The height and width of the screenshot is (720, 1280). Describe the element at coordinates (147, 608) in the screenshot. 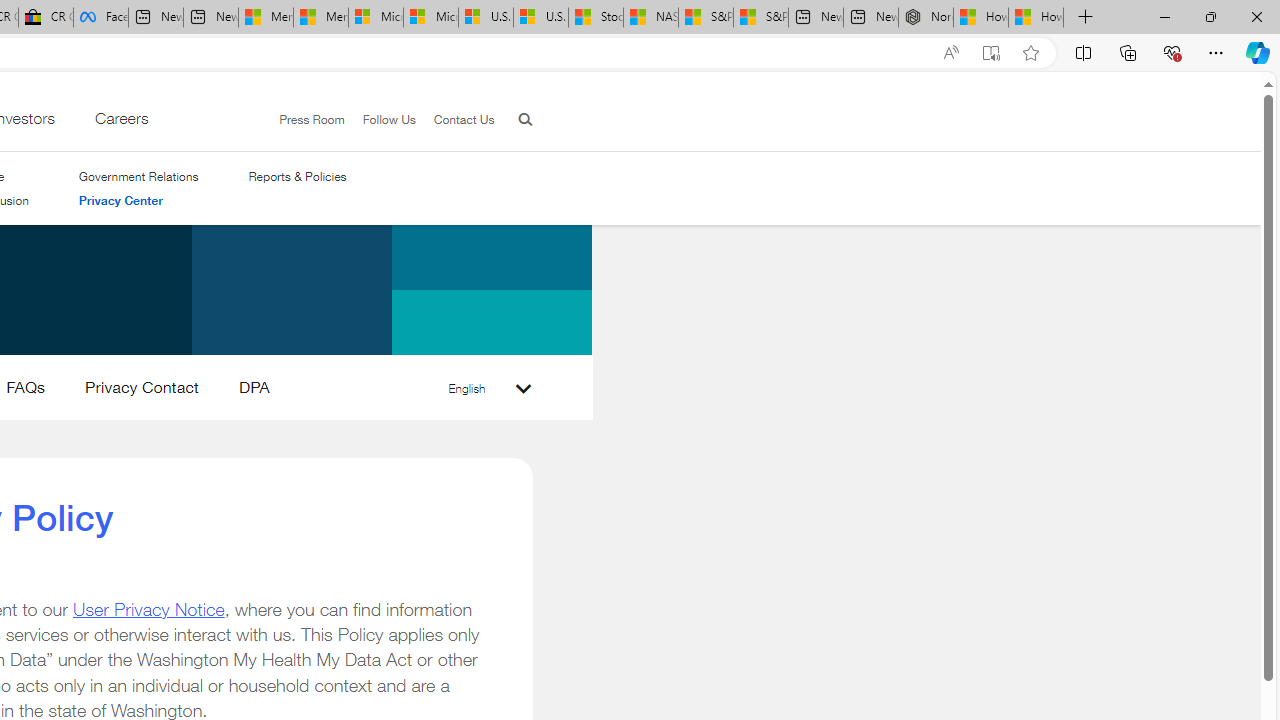

I see `'User Privacy Notice'` at that location.